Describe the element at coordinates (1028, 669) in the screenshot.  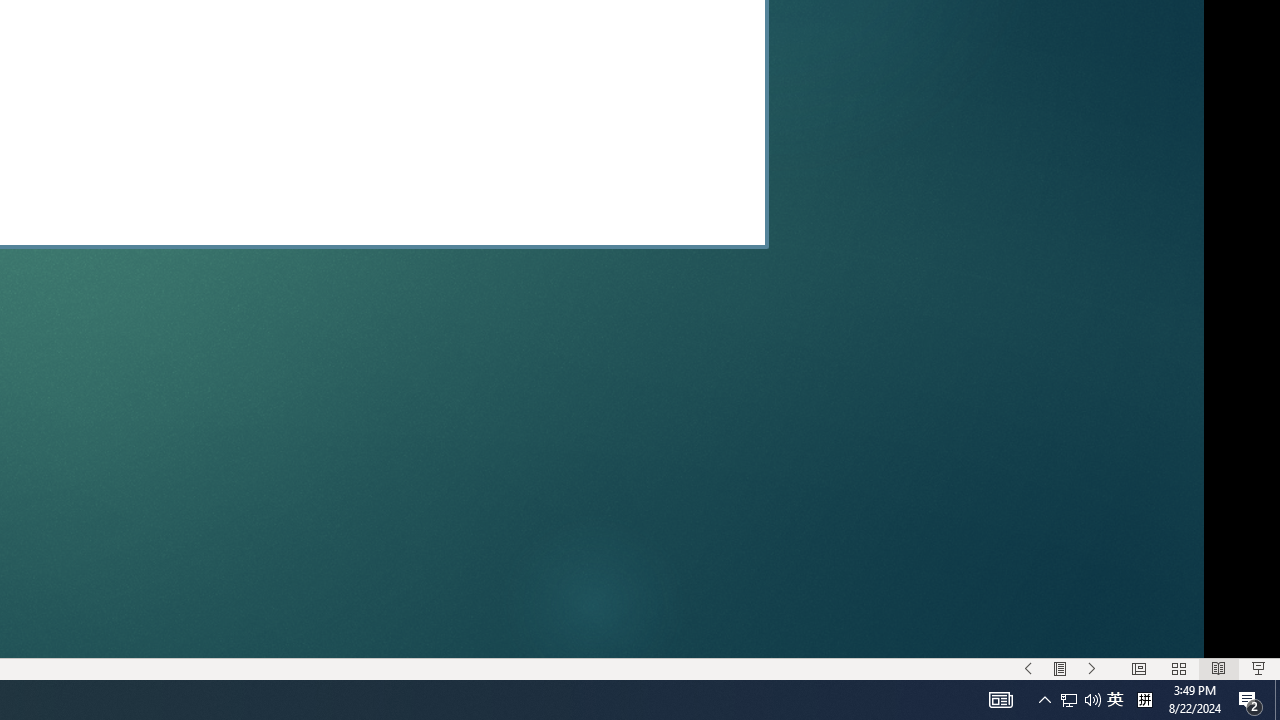
I see `'Slide Show Previous On'` at that location.